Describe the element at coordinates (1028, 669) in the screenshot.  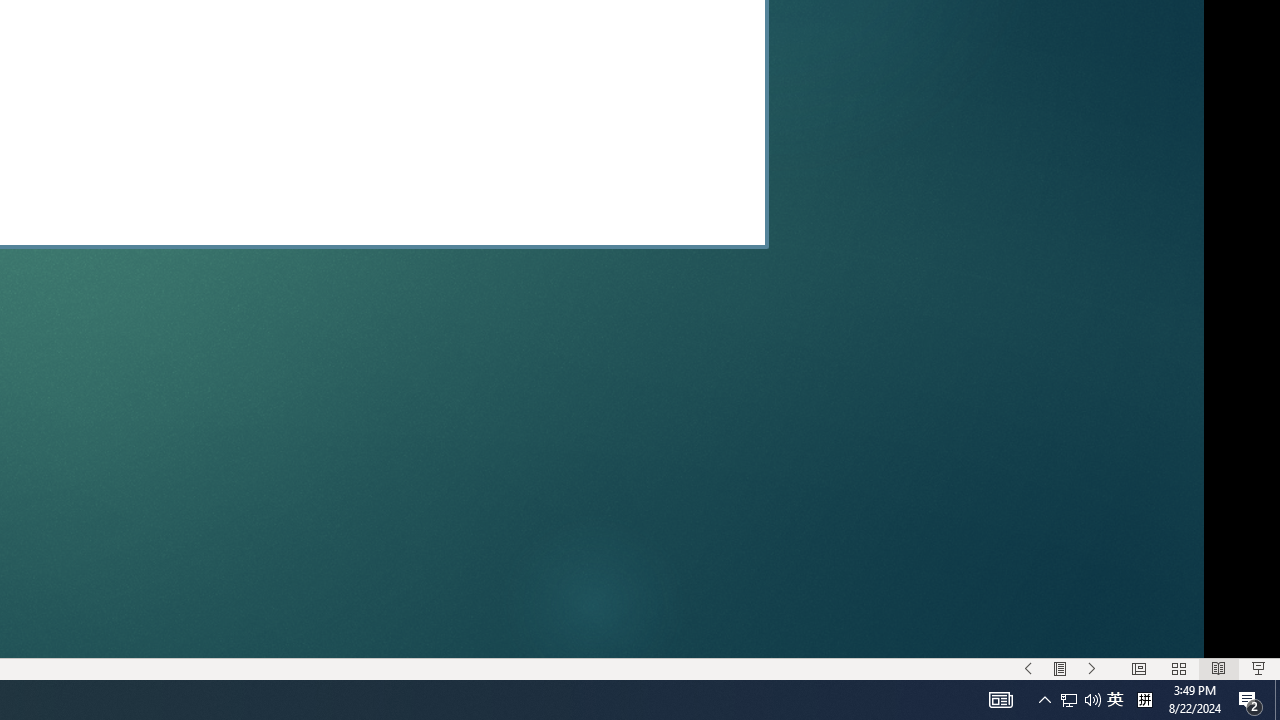
I see `'Slide Show Previous On'` at that location.